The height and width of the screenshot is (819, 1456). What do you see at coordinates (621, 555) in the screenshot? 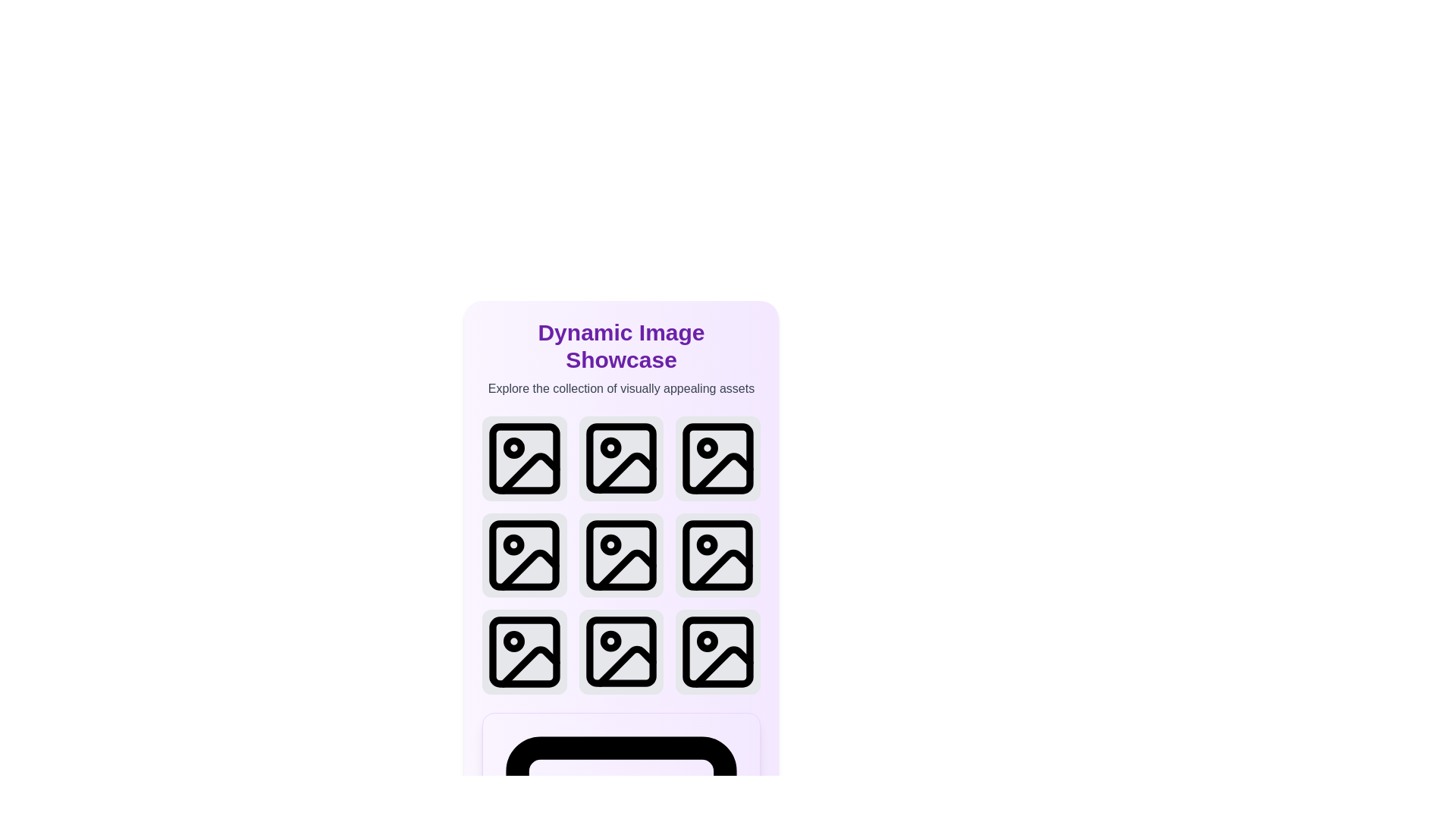
I see `the center tile in the second row of a 3x3 grid layout, which is an image placeholder representing media or gallery items` at bounding box center [621, 555].